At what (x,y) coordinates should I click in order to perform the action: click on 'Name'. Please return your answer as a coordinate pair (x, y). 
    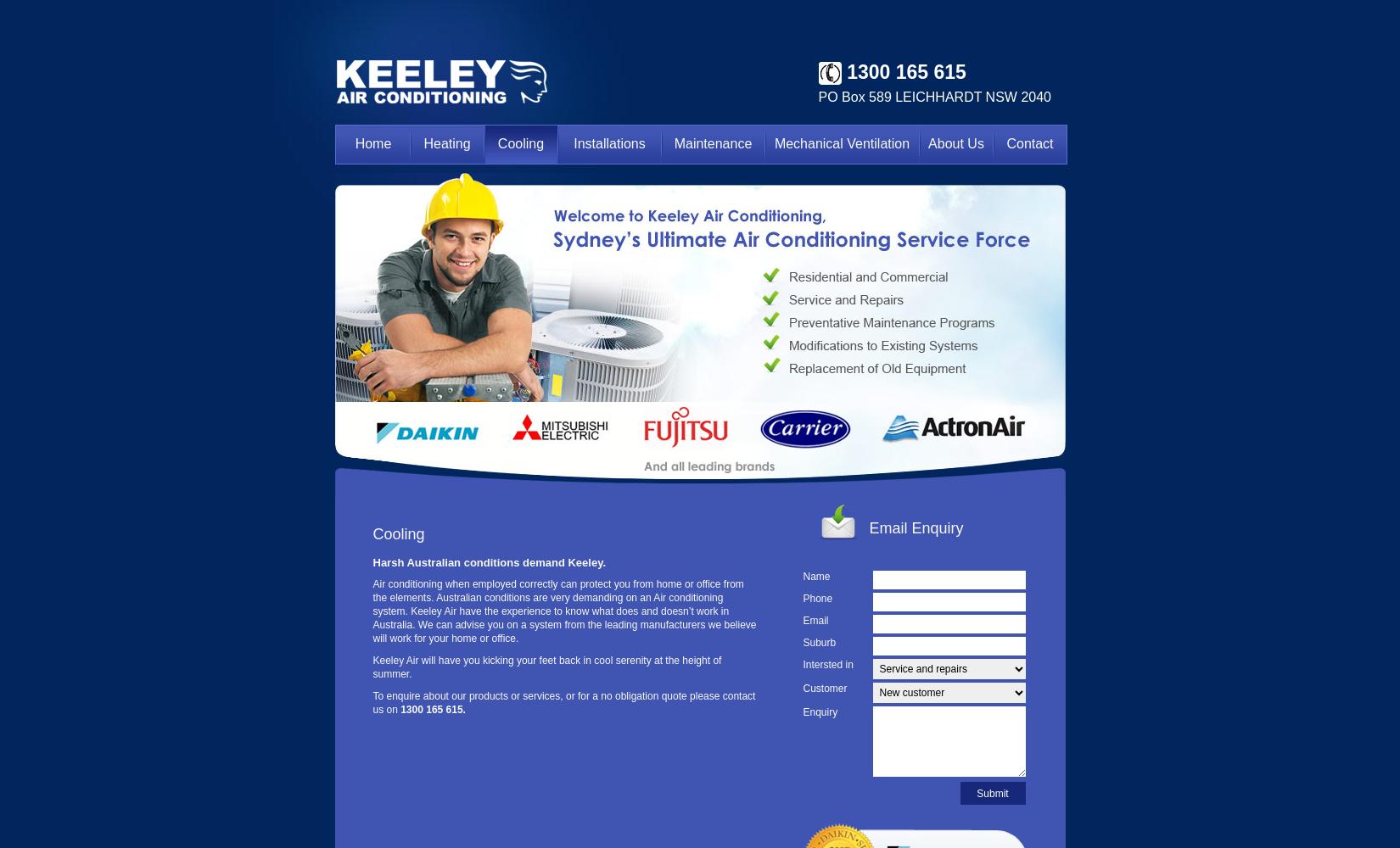
    Looking at the image, I should click on (815, 577).